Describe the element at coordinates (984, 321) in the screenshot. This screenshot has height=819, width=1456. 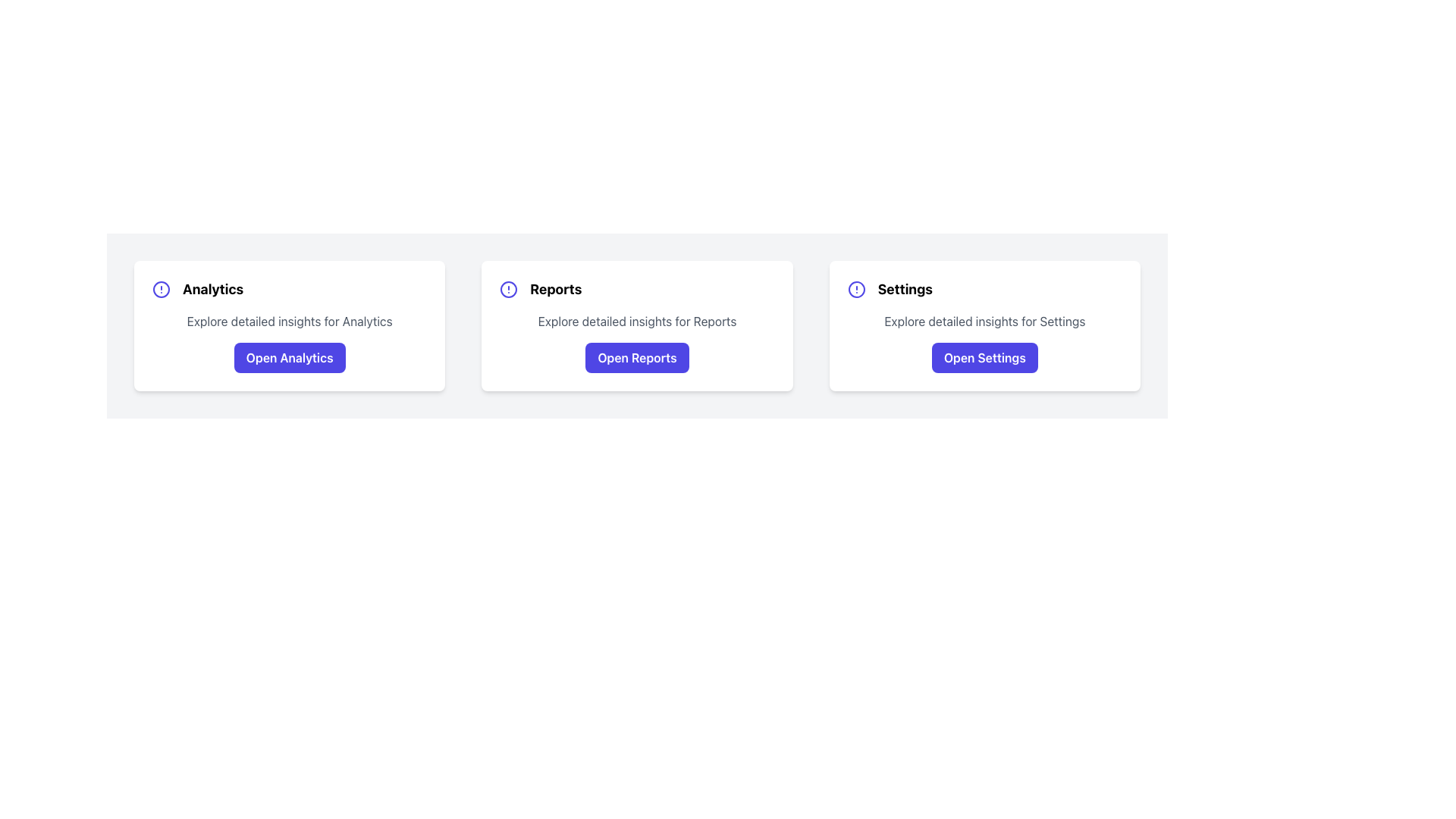
I see `the descriptive subtitle text located beneath the 'Settings' title and above the 'Open Settings' button in the third column of the layout` at that location.